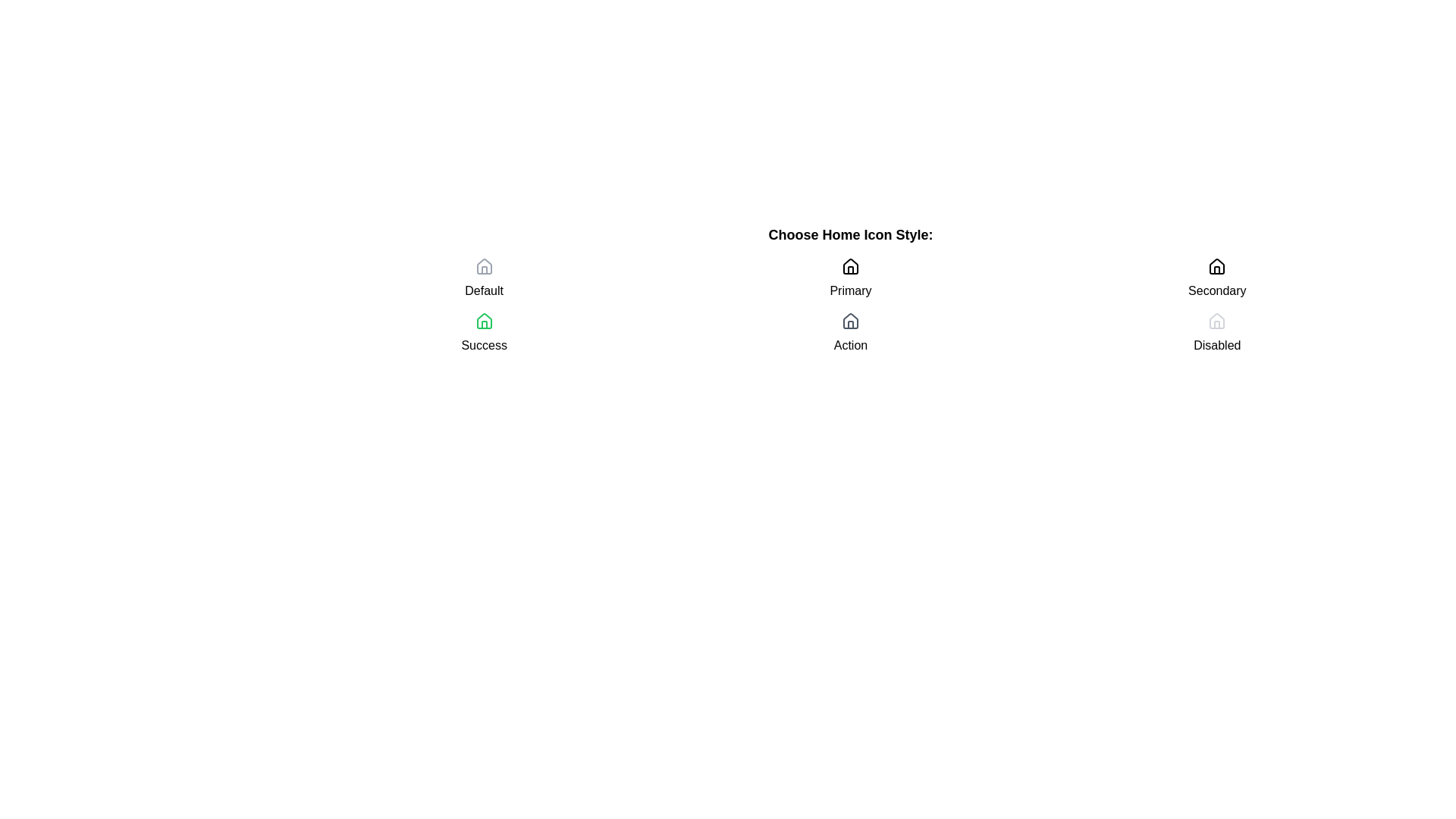  What do you see at coordinates (483, 265) in the screenshot?
I see `the house icon, which is a simple gray graphical representation resembling a house, located in the upper right region of the interface next to the 'Secondary' label` at bounding box center [483, 265].